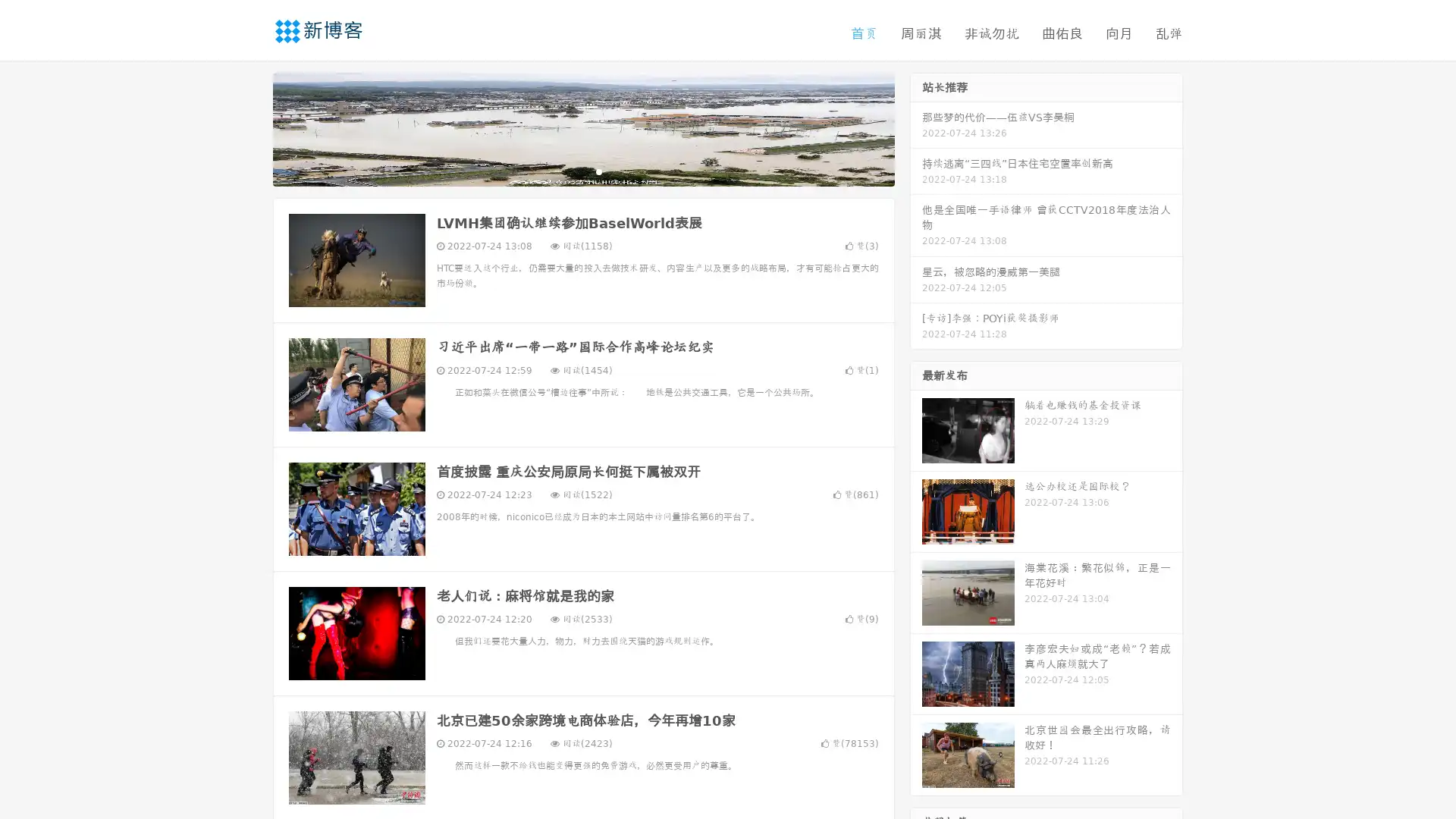 The image size is (1456, 819). What do you see at coordinates (582, 171) in the screenshot?
I see `Go to slide 2` at bounding box center [582, 171].